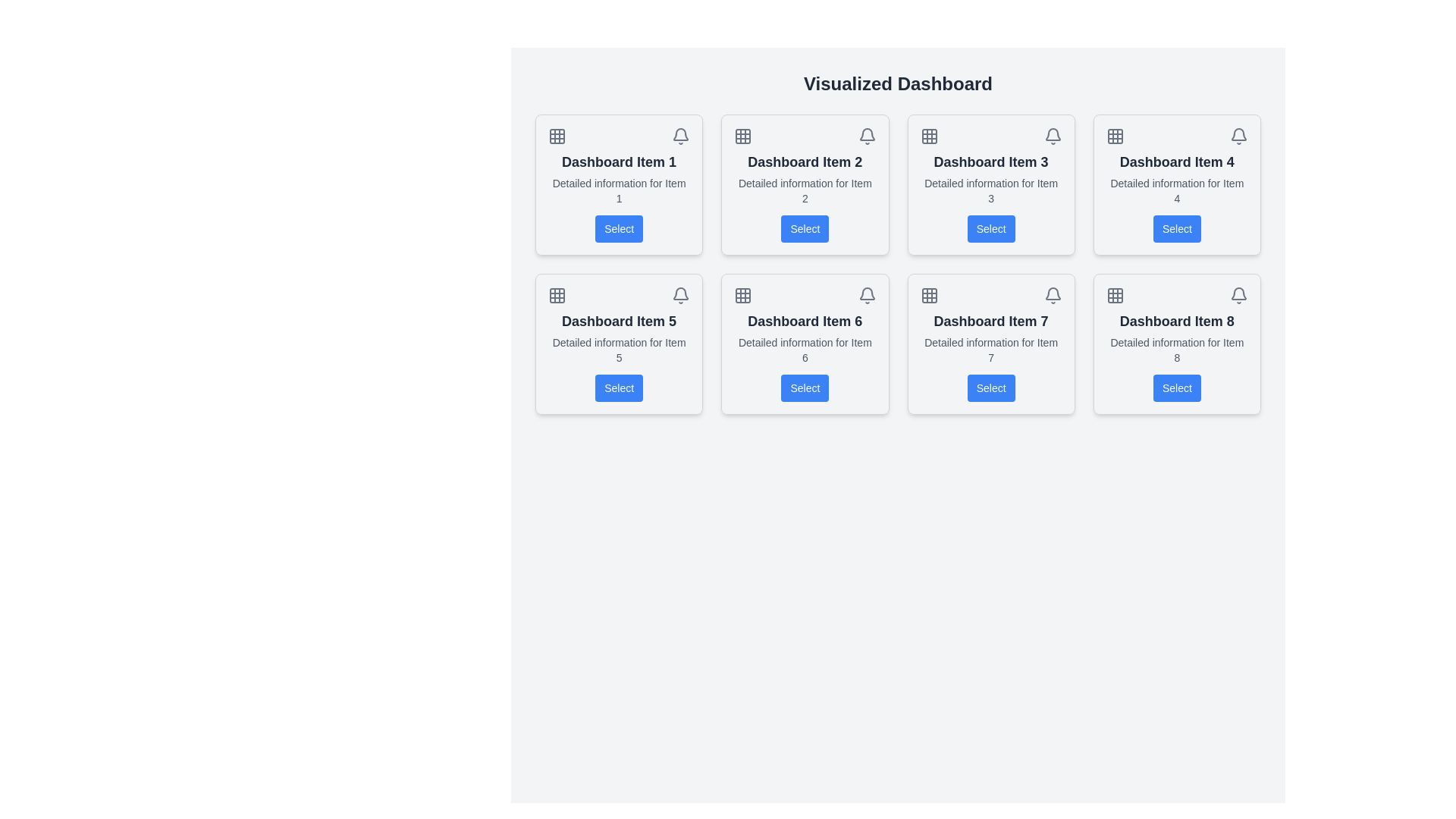 Image resolution: width=1456 pixels, height=819 pixels. What do you see at coordinates (1176, 388) in the screenshot?
I see `the button located at the bottom right corner of the card labeled 'Dashboard Item 8'` at bounding box center [1176, 388].